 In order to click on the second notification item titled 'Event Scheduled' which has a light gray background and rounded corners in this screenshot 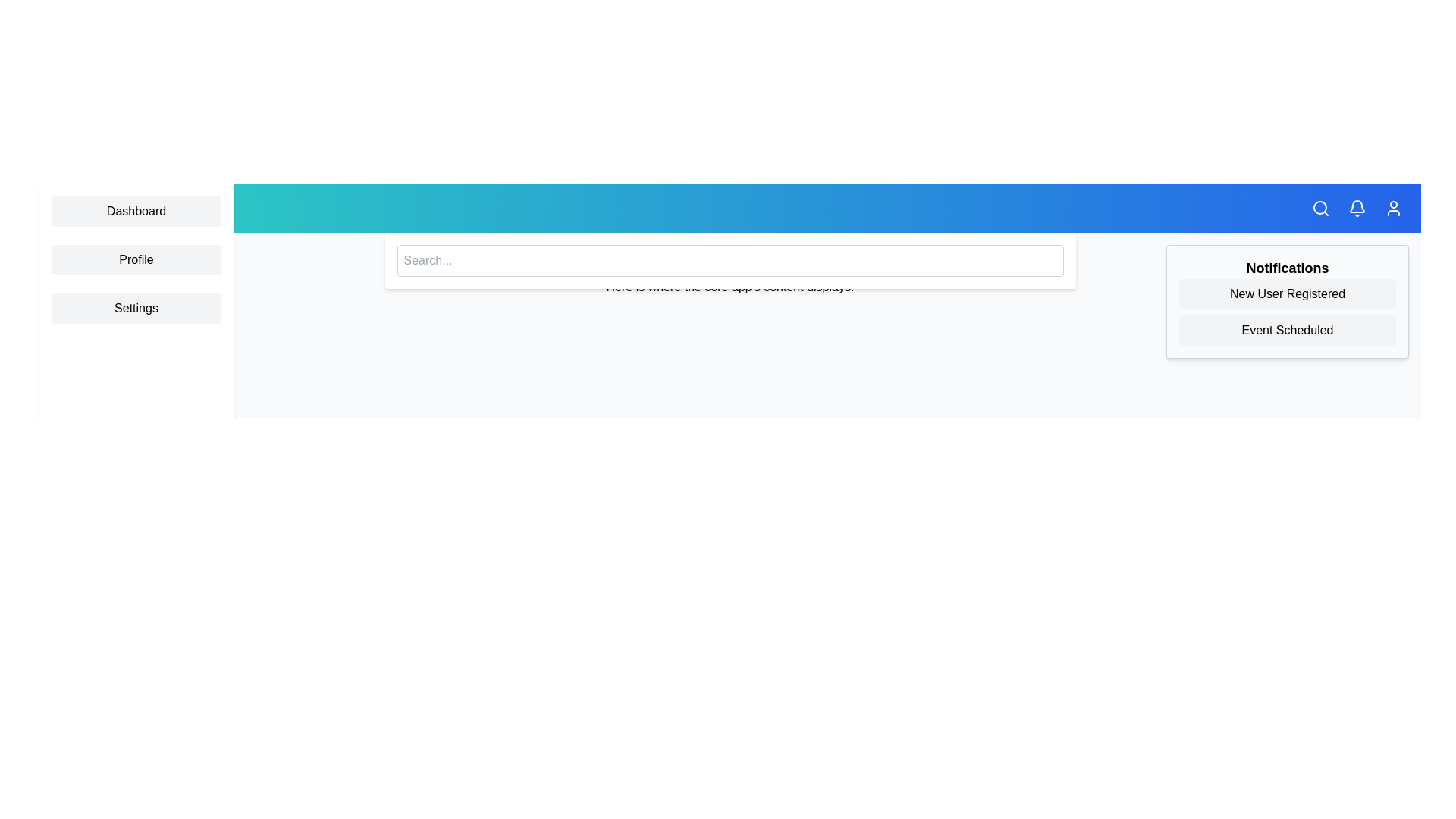, I will do `click(1287, 329)`.